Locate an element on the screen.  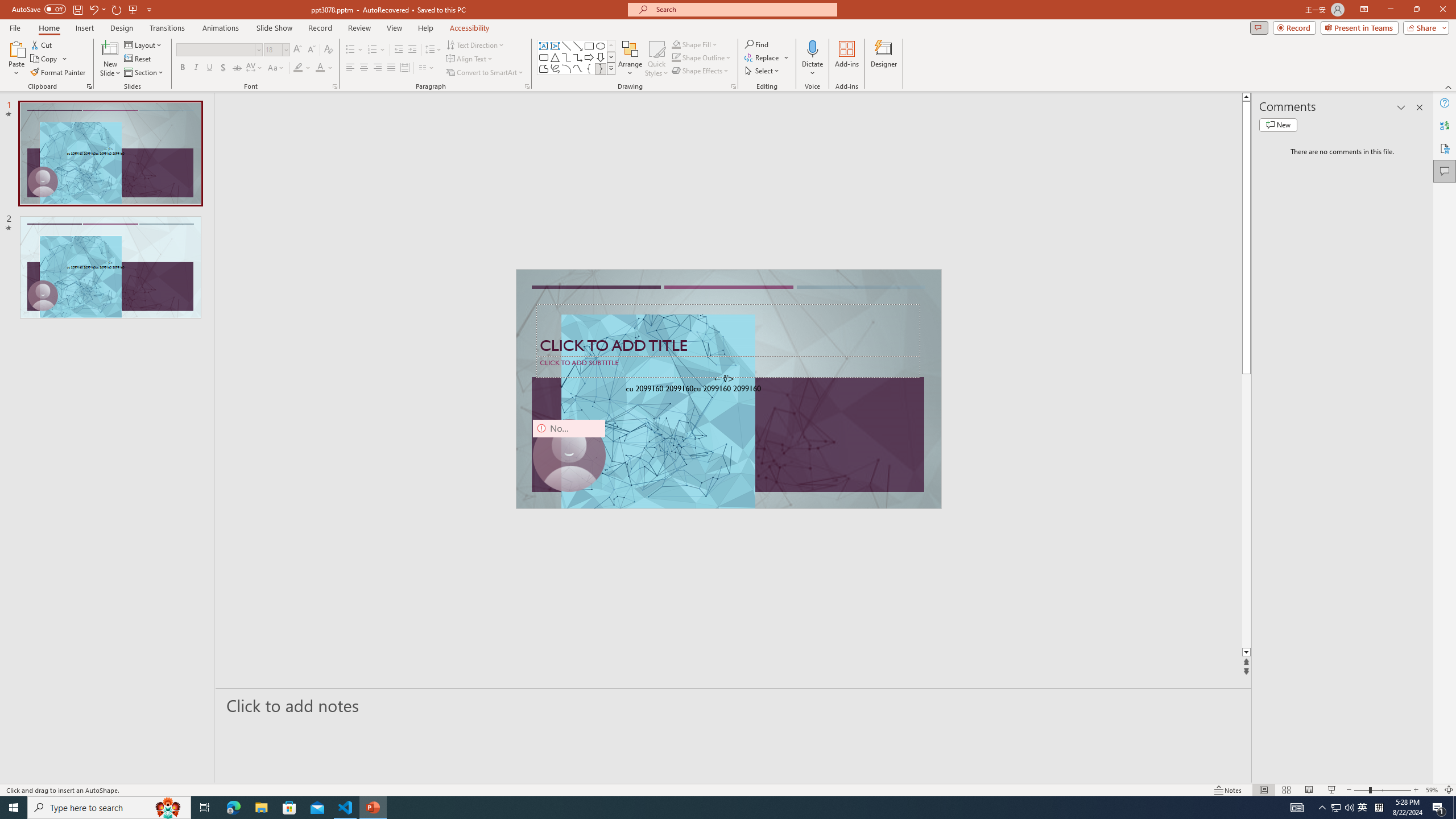
'Align Left' is located at coordinates (350, 67).